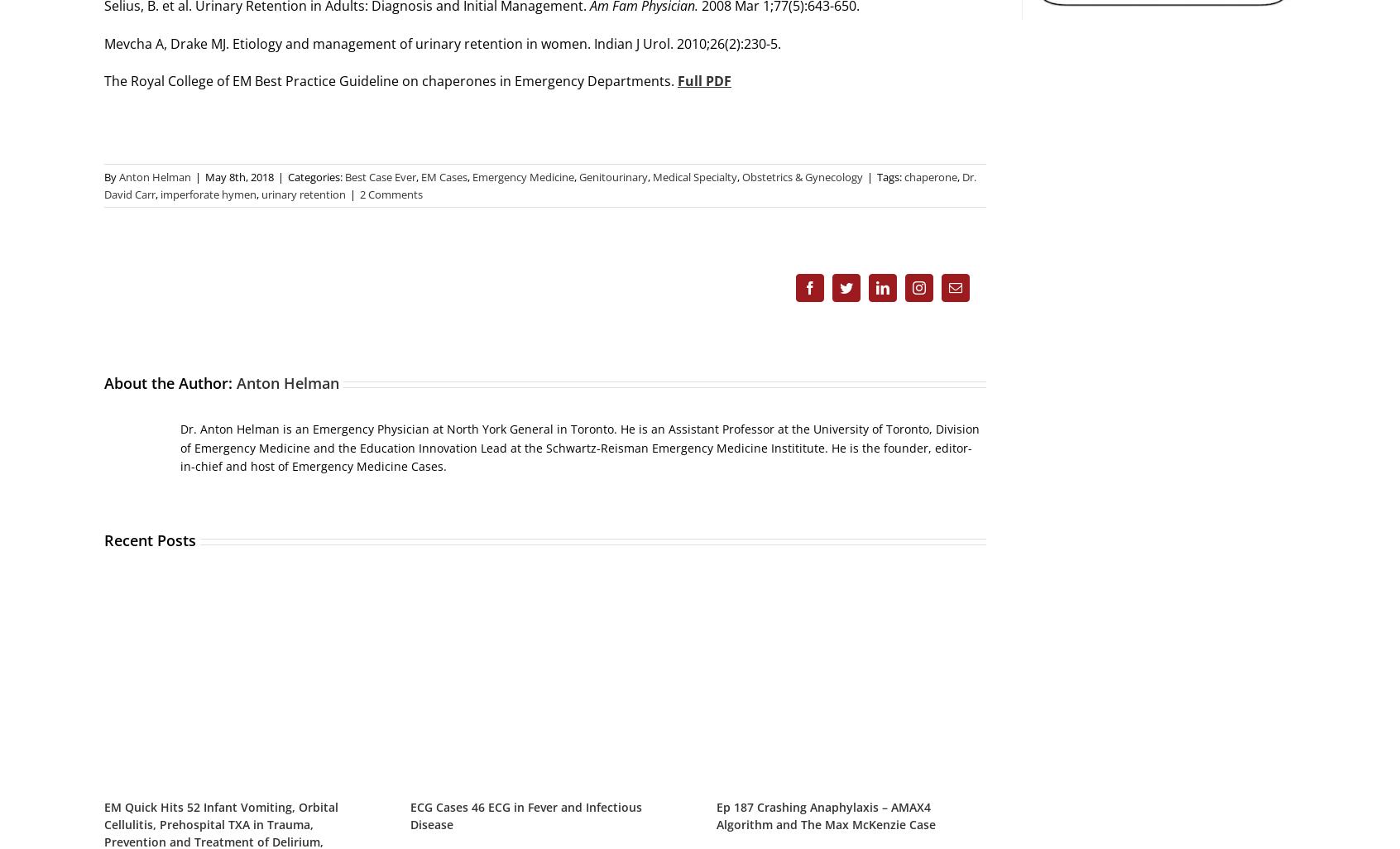 Image resolution: width=1400 pixels, height=849 pixels. I want to click on '2 Comments', so click(391, 194).